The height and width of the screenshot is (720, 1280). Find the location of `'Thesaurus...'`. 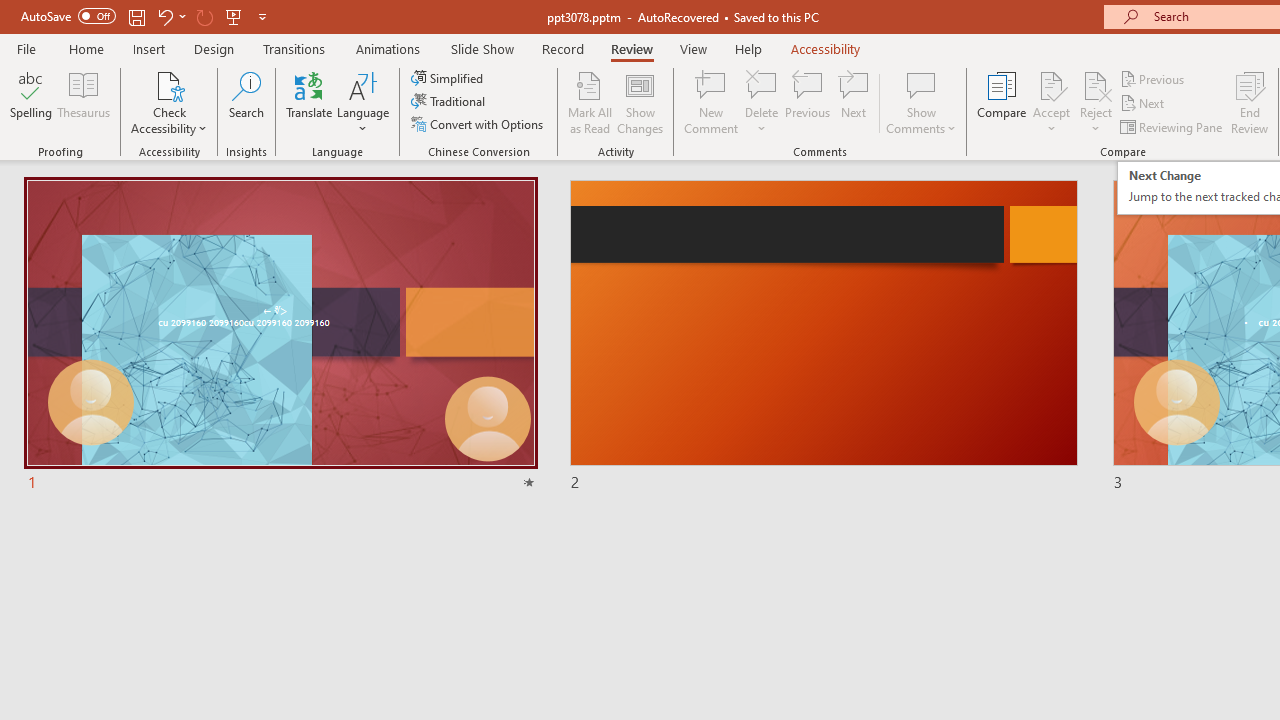

'Thesaurus...' is located at coordinates (82, 103).